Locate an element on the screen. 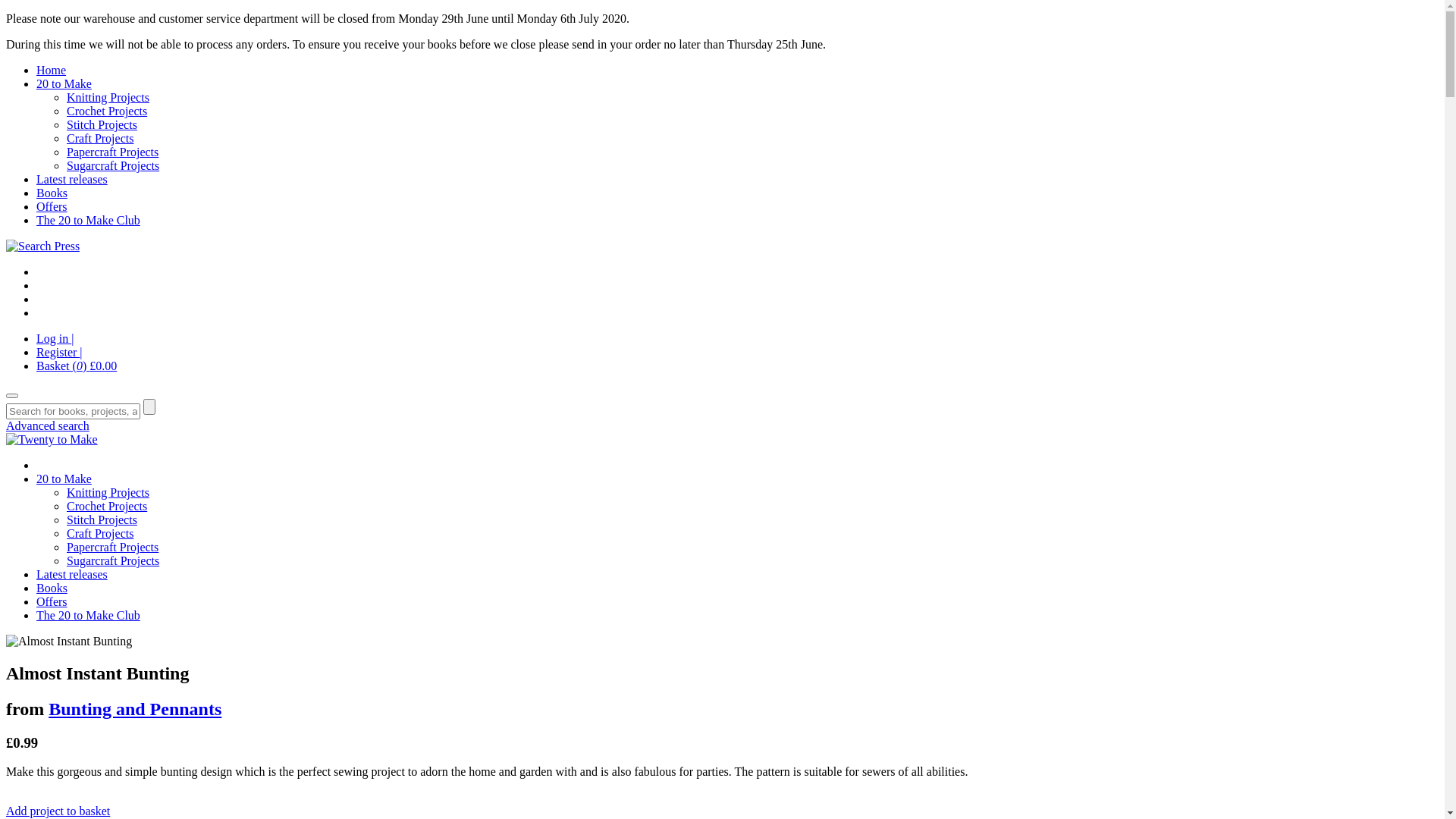 This screenshot has width=1456, height=819. 'Sugarcraft Projects' is located at coordinates (111, 560).